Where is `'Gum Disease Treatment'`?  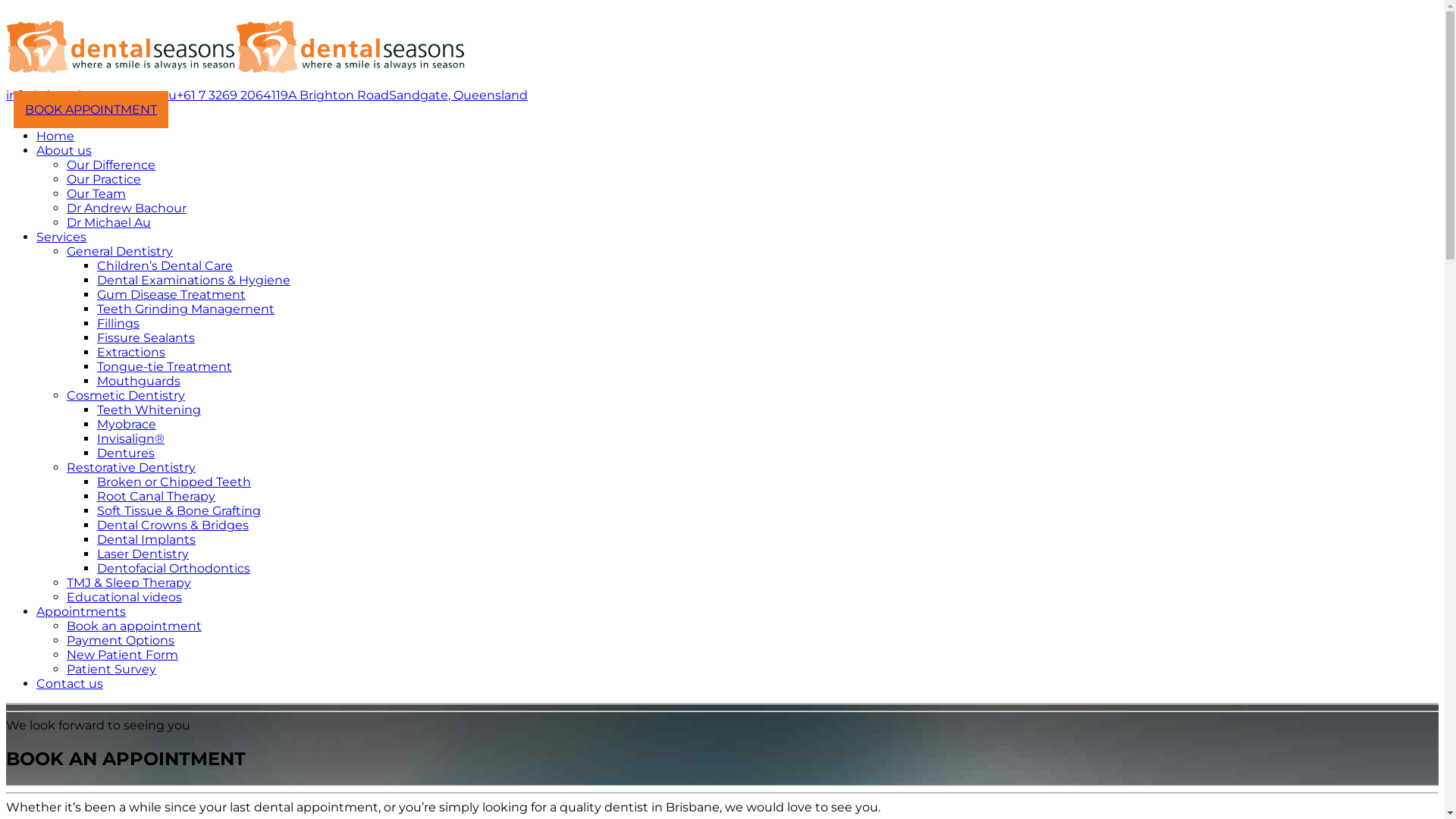 'Gum Disease Treatment' is located at coordinates (96, 294).